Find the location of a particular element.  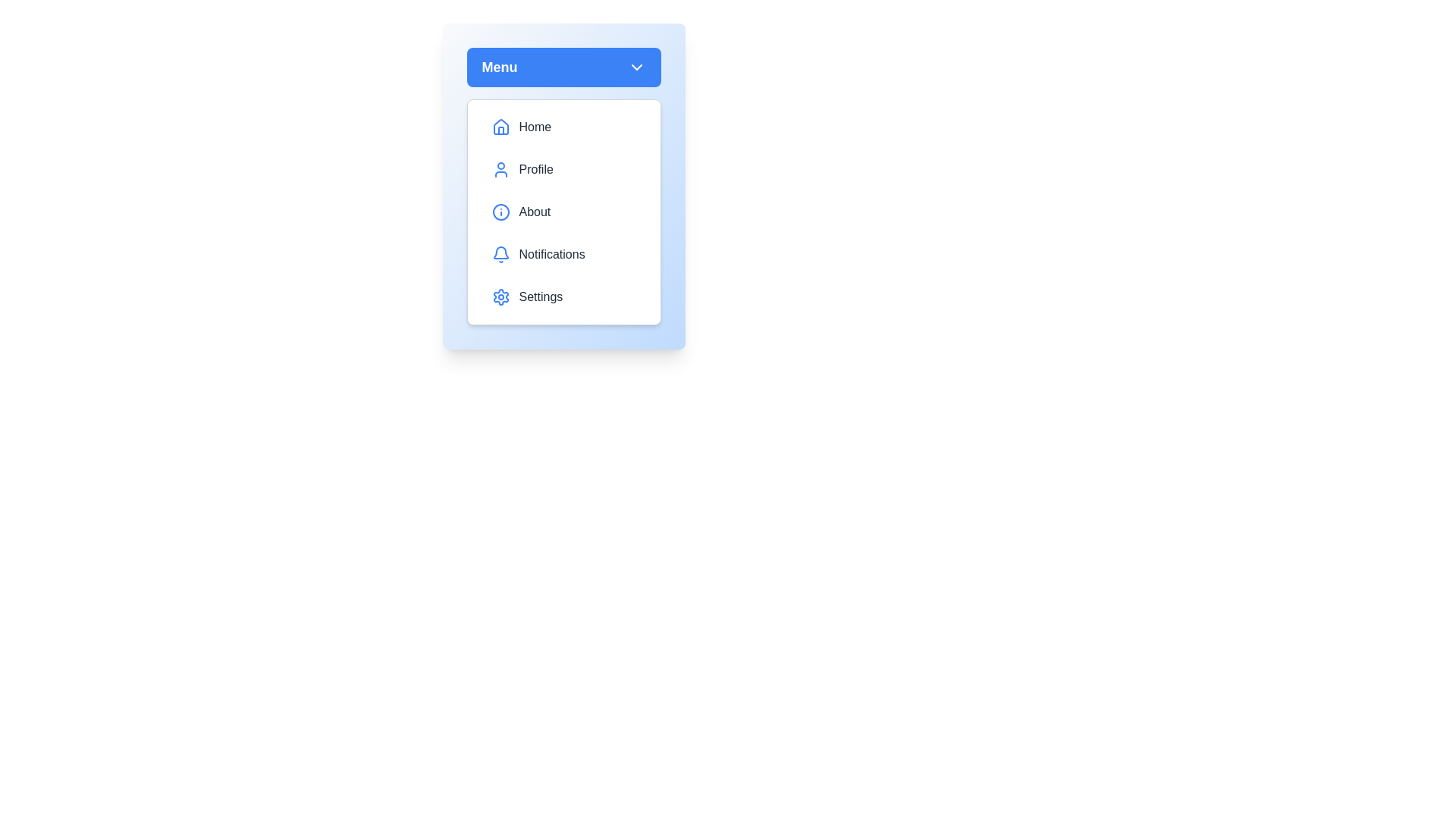

the menu option Settings to highlight it is located at coordinates (563, 297).